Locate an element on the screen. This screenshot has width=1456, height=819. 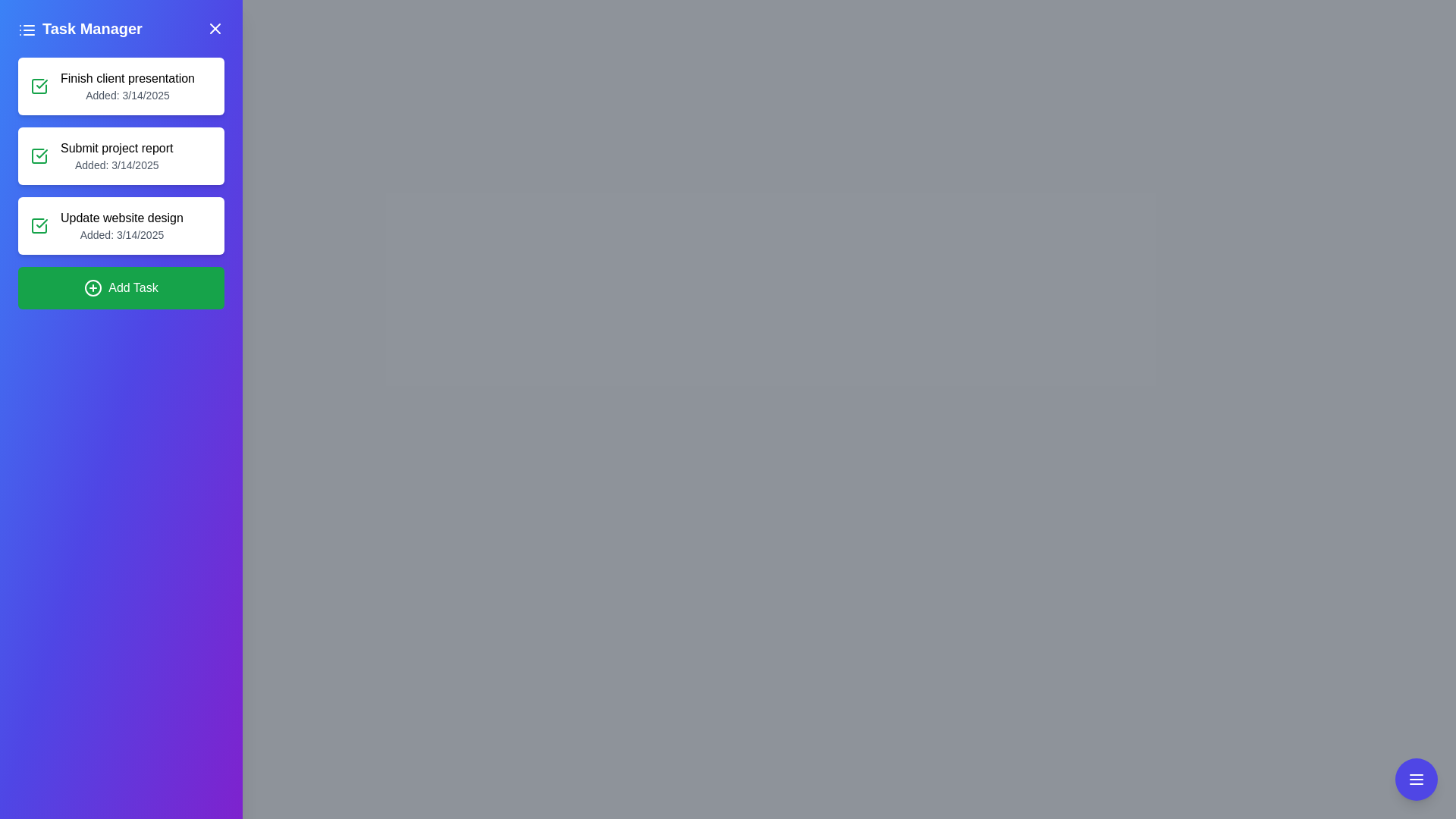
the Text label in the task card located on the left side of the task manager interface, positioned above the date label 'Added: 3/14/2025' is located at coordinates (127, 79).